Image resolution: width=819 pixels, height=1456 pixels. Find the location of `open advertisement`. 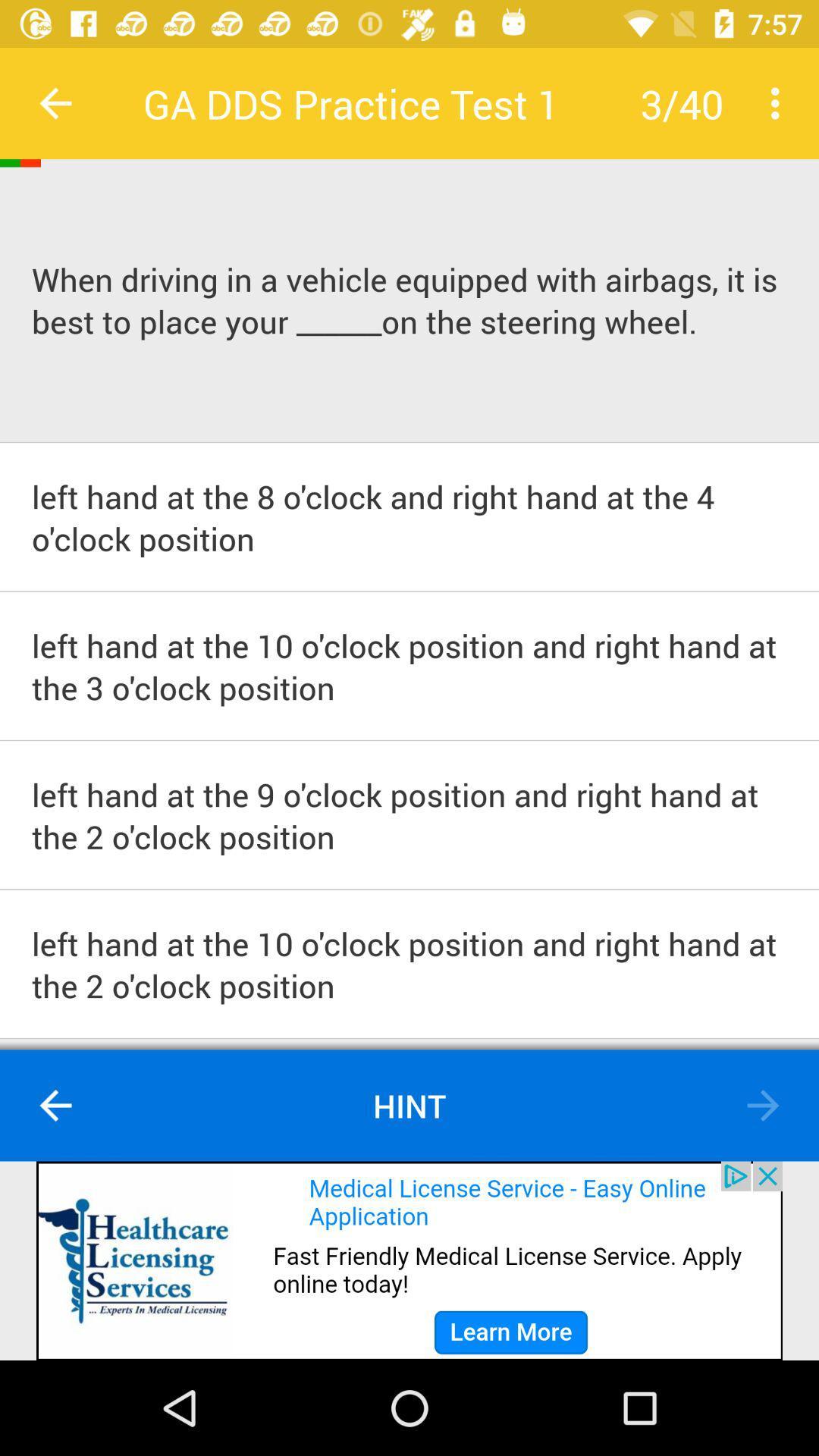

open advertisement is located at coordinates (409, 1260).